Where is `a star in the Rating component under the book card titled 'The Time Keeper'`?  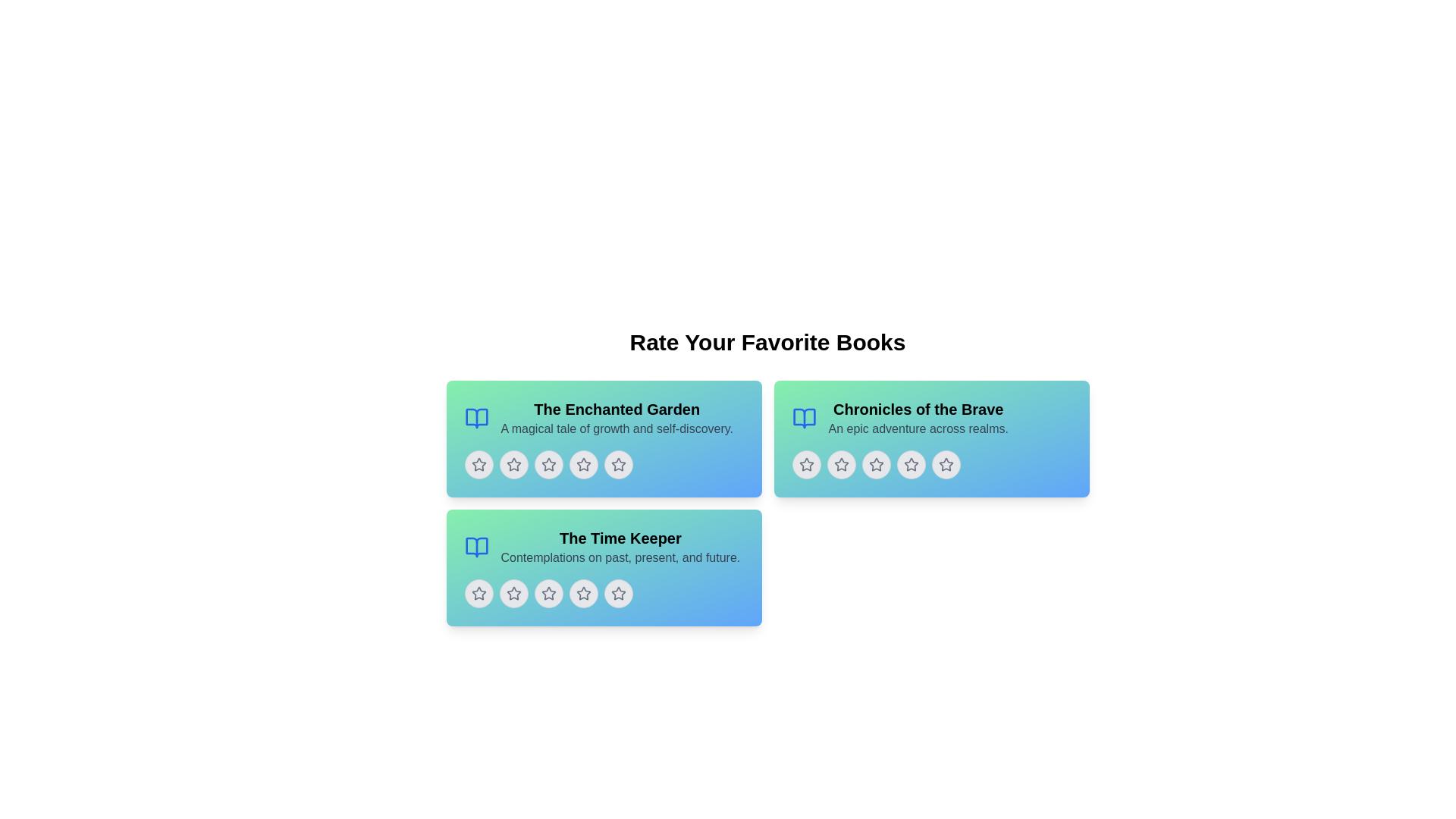
a star in the Rating component under the book card titled 'The Time Keeper' is located at coordinates (603, 593).